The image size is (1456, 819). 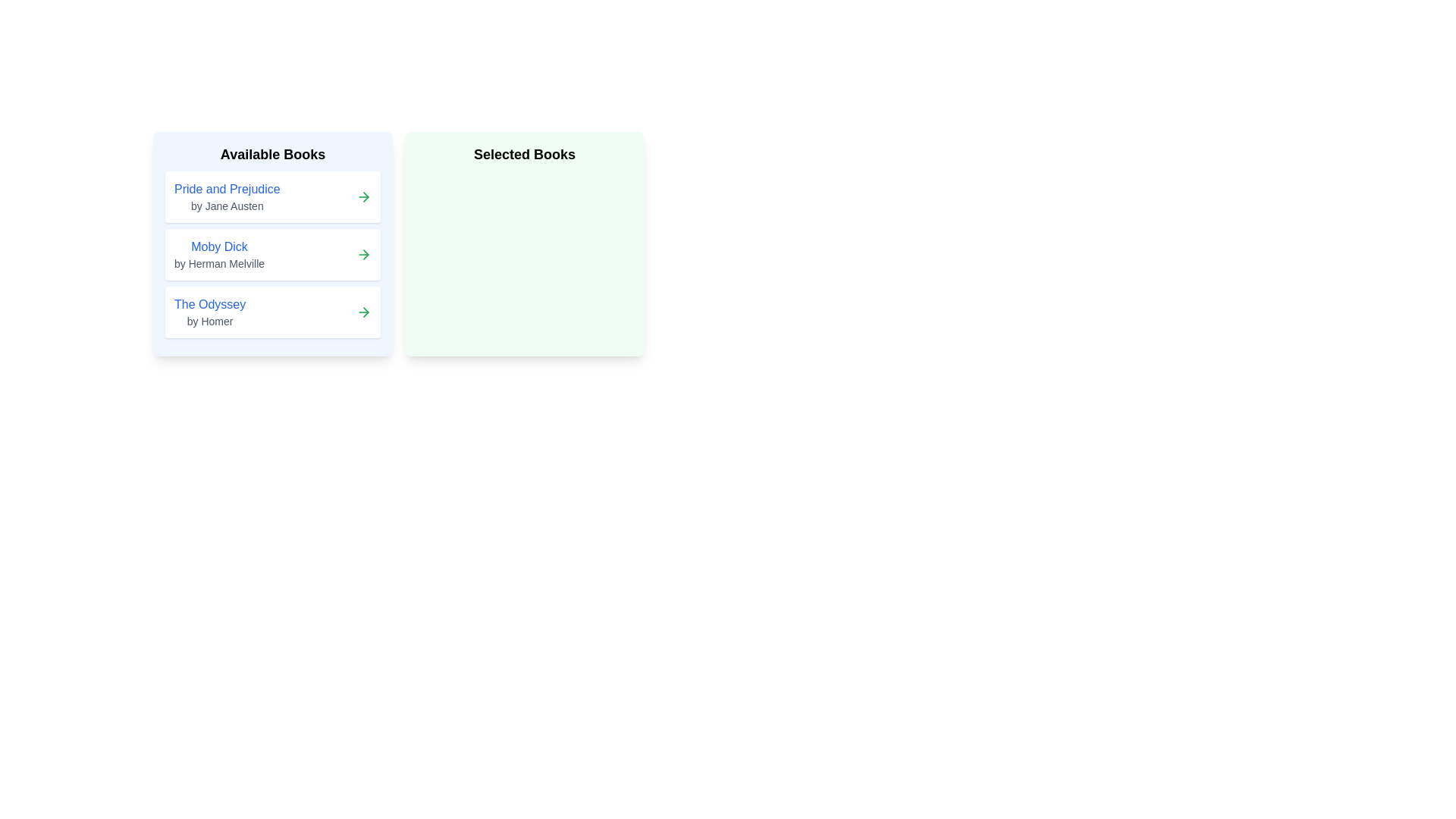 What do you see at coordinates (366, 253) in the screenshot?
I see `the arrow icon next to the 'Moby Dick by Herman Melville' entry in the 'Available Books' section` at bounding box center [366, 253].